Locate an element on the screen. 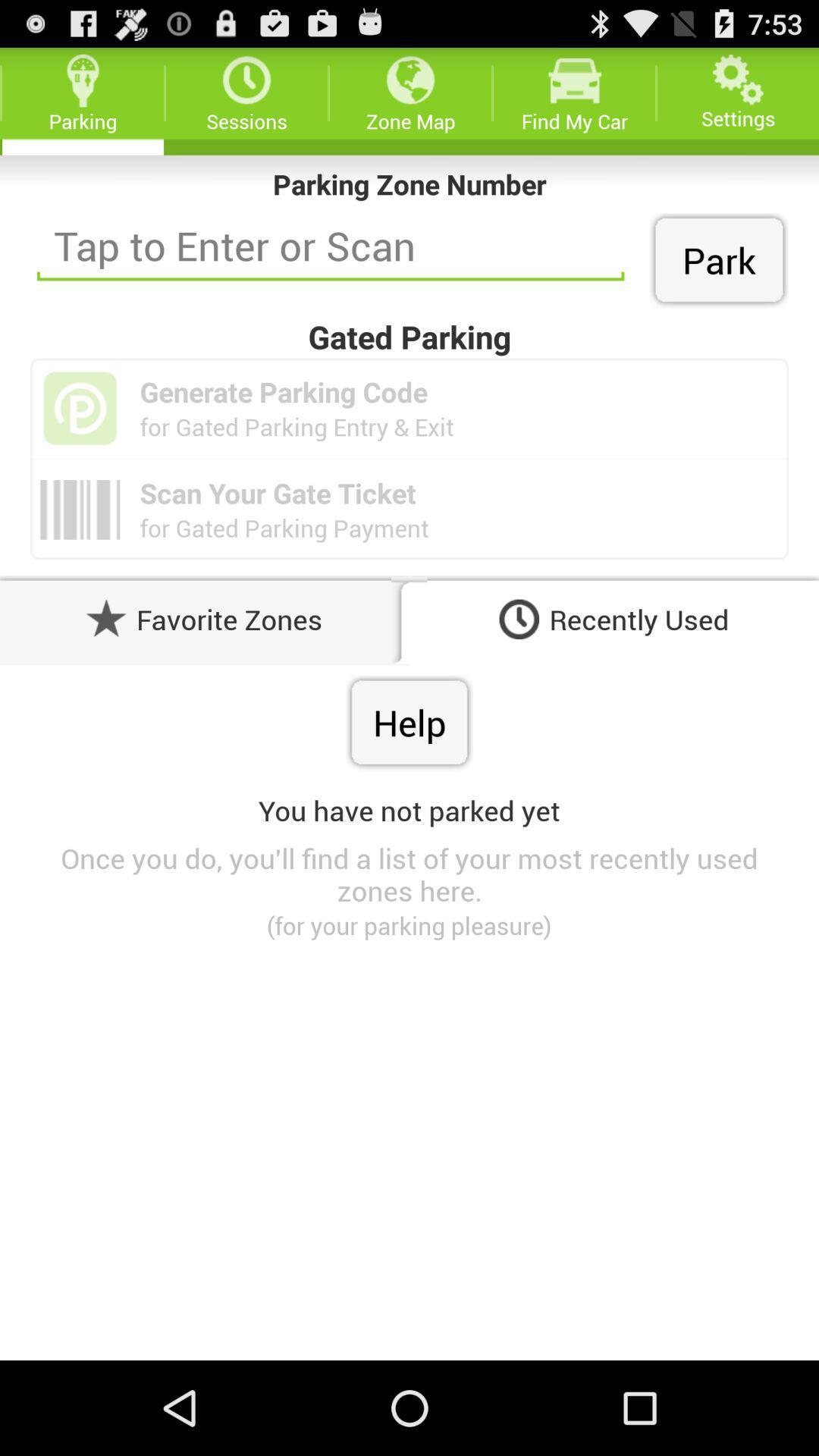 The width and height of the screenshot is (819, 1456). the field which consists of tap to enter or scan is located at coordinates (330, 253).